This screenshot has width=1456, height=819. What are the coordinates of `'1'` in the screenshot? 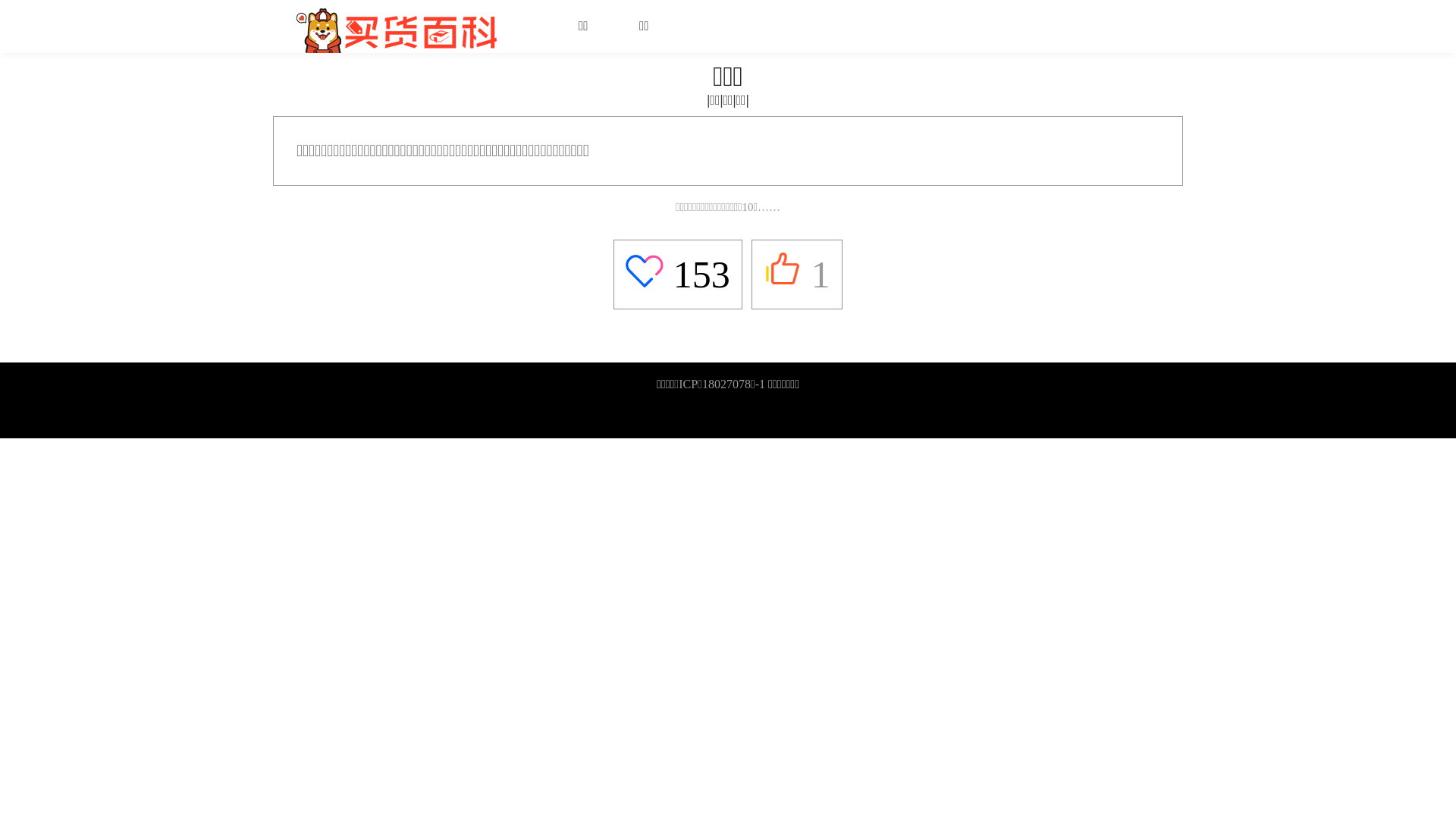 It's located at (796, 275).